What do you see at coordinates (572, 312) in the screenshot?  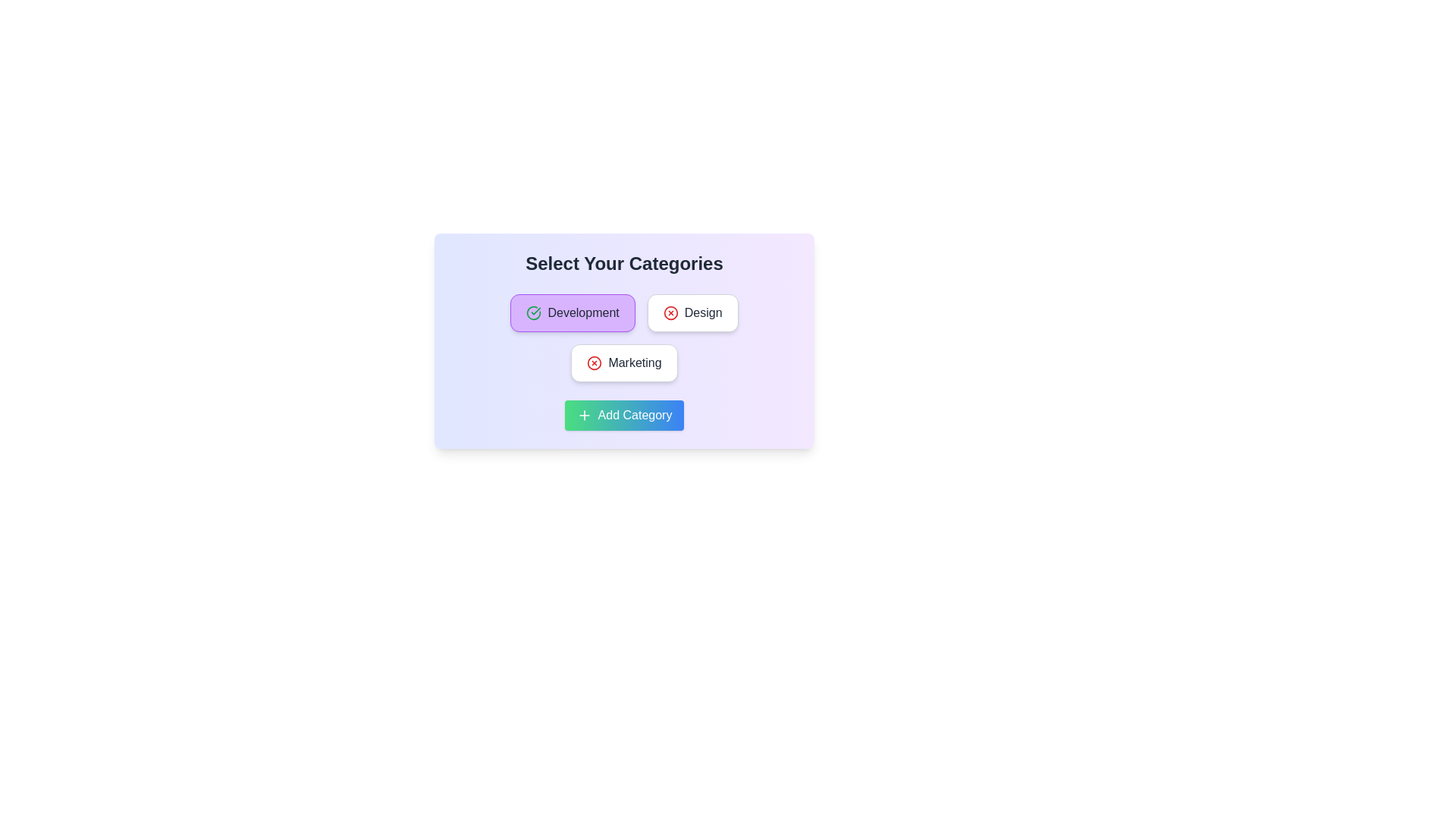 I see `the chip labeled 'Development' by clicking on it` at bounding box center [572, 312].